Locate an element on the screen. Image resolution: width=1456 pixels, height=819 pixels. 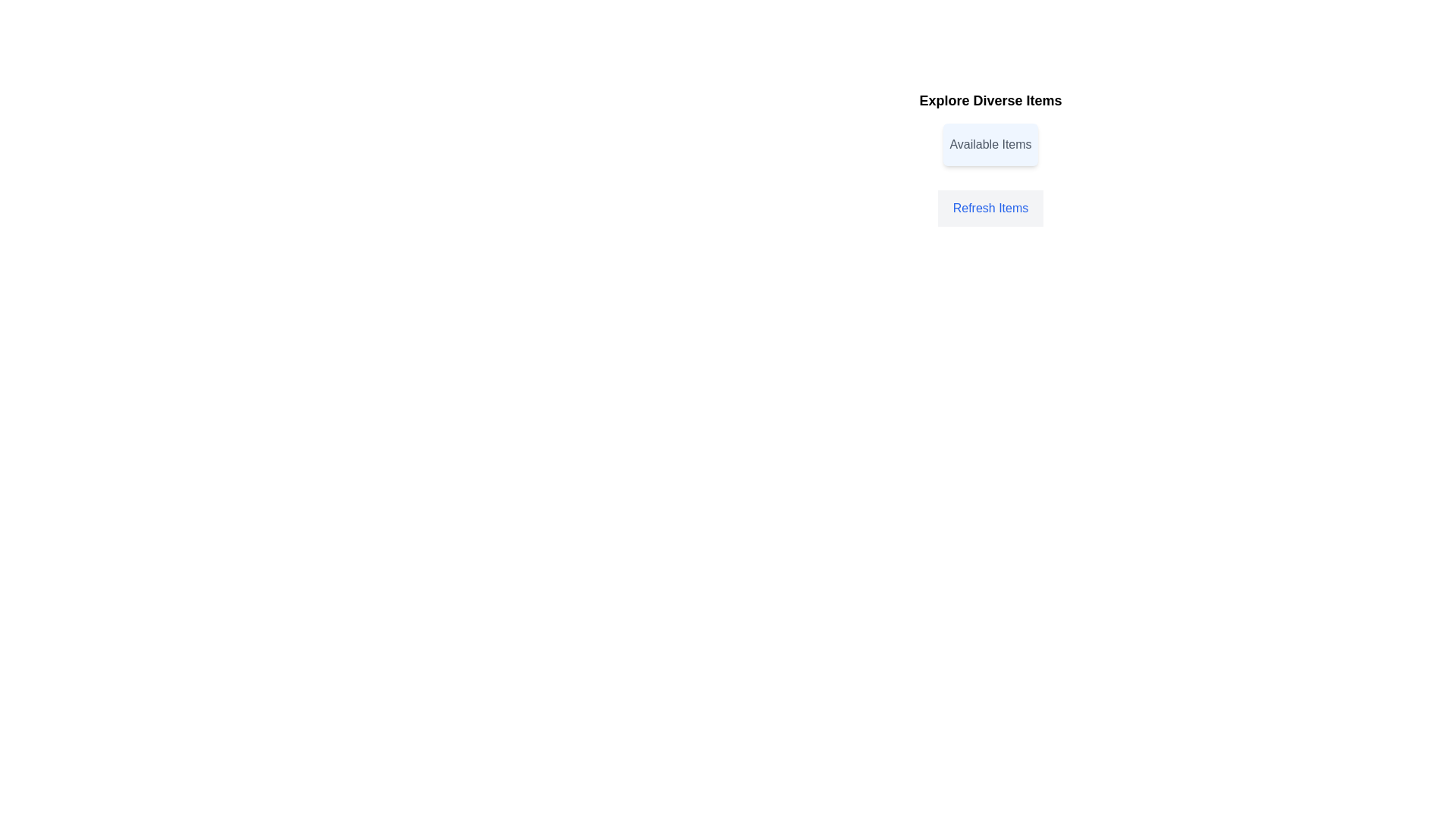
the 'Refresh Items' button to open the context menu is located at coordinates (990, 208).